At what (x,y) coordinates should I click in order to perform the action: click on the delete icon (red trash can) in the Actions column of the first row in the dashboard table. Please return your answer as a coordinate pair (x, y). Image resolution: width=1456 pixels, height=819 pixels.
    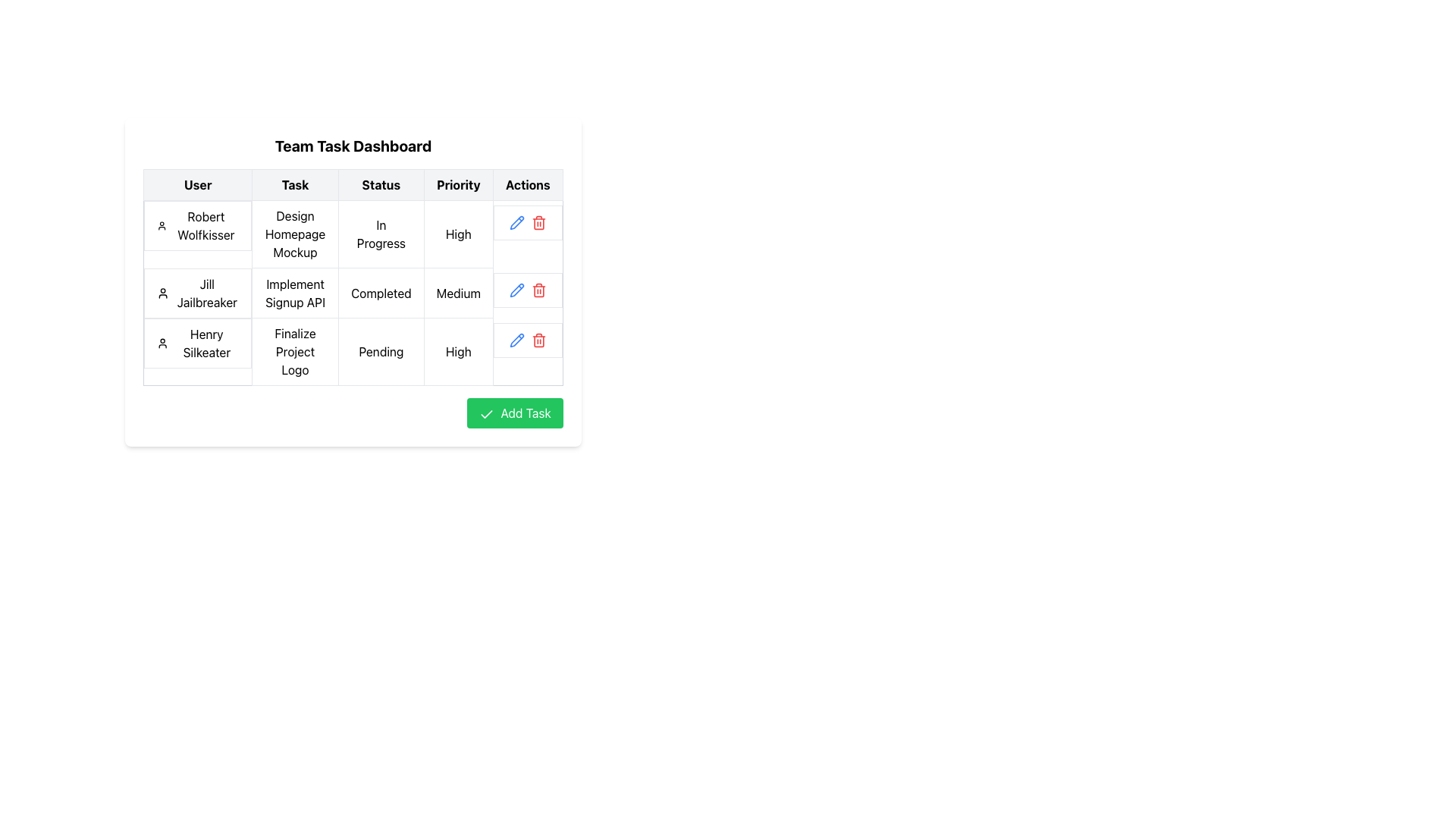
    Looking at the image, I should click on (528, 222).